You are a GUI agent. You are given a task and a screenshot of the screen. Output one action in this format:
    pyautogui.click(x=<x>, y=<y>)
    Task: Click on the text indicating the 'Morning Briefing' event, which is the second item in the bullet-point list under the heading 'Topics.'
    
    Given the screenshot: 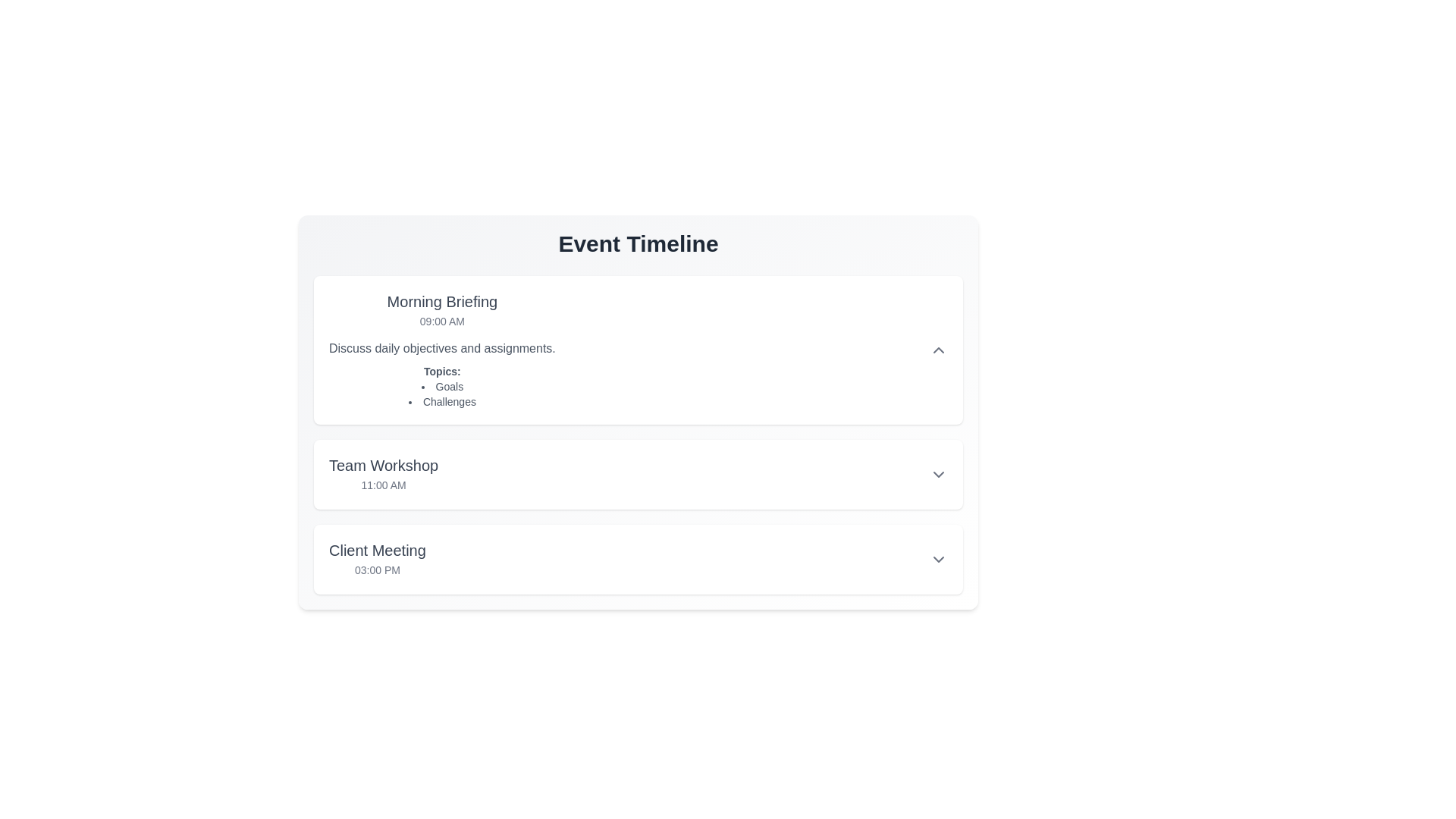 What is the action you would take?
    pyautogui.click(x=441, y=400)
    